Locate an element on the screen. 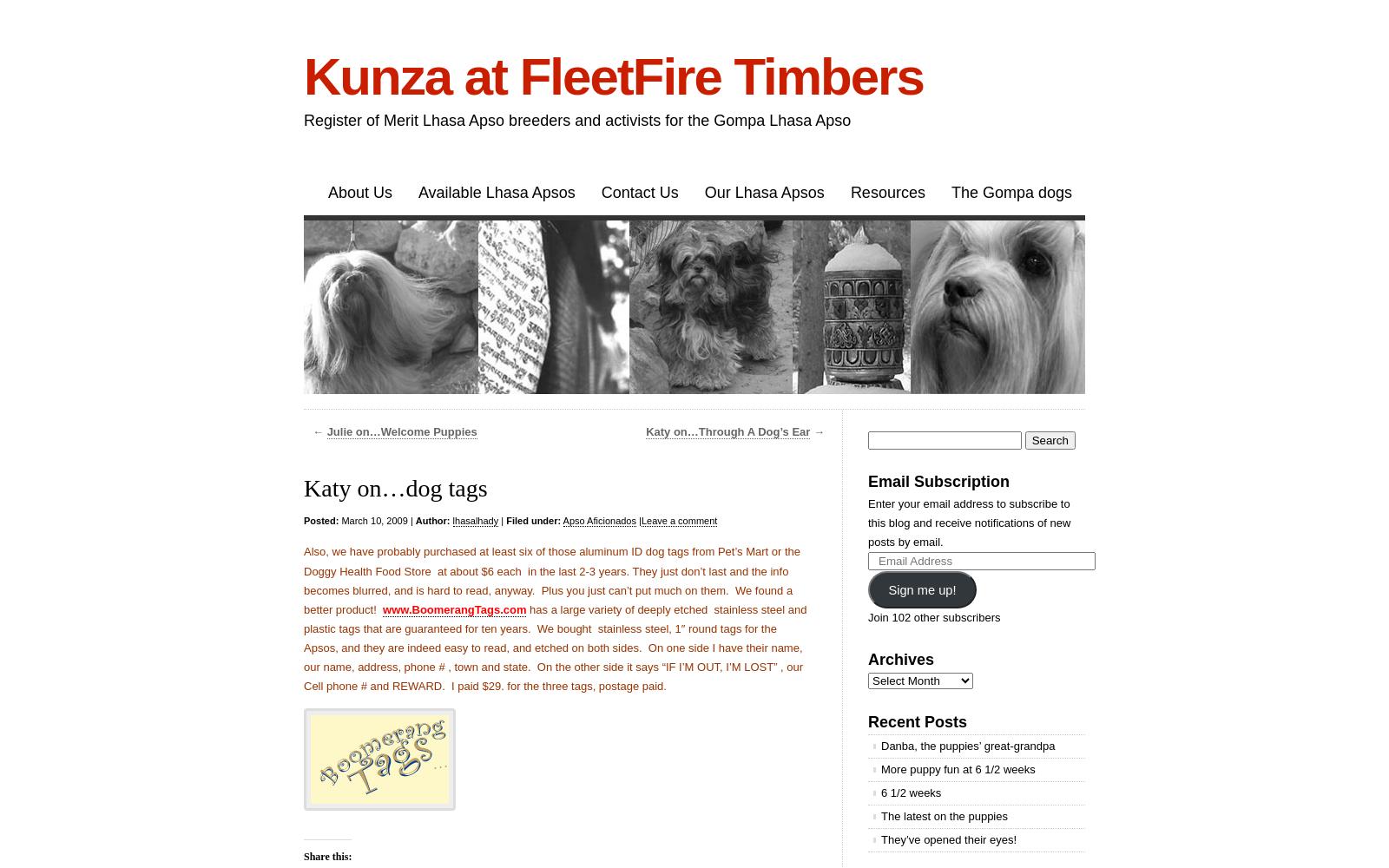 The width and height of the screenshot is (1389, 868). 'More puppy fun at 6 1/2 weeks' is located at coordinates (881, 768).